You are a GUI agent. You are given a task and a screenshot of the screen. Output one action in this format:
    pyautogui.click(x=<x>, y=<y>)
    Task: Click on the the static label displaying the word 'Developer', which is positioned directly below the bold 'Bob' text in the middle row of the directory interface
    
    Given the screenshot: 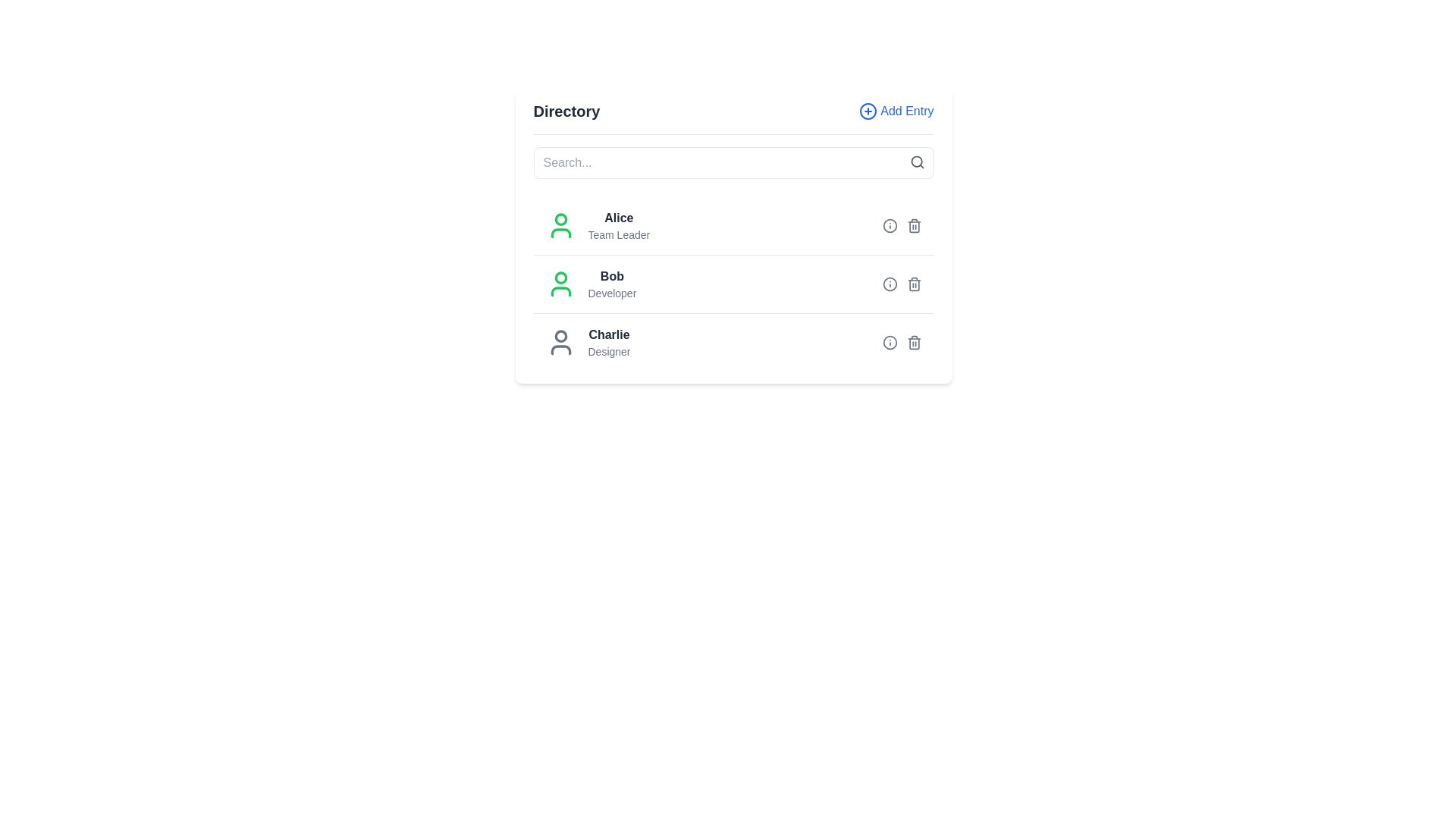 What is the action you would take?
    pyautogui.click(x=612, y=293)
    